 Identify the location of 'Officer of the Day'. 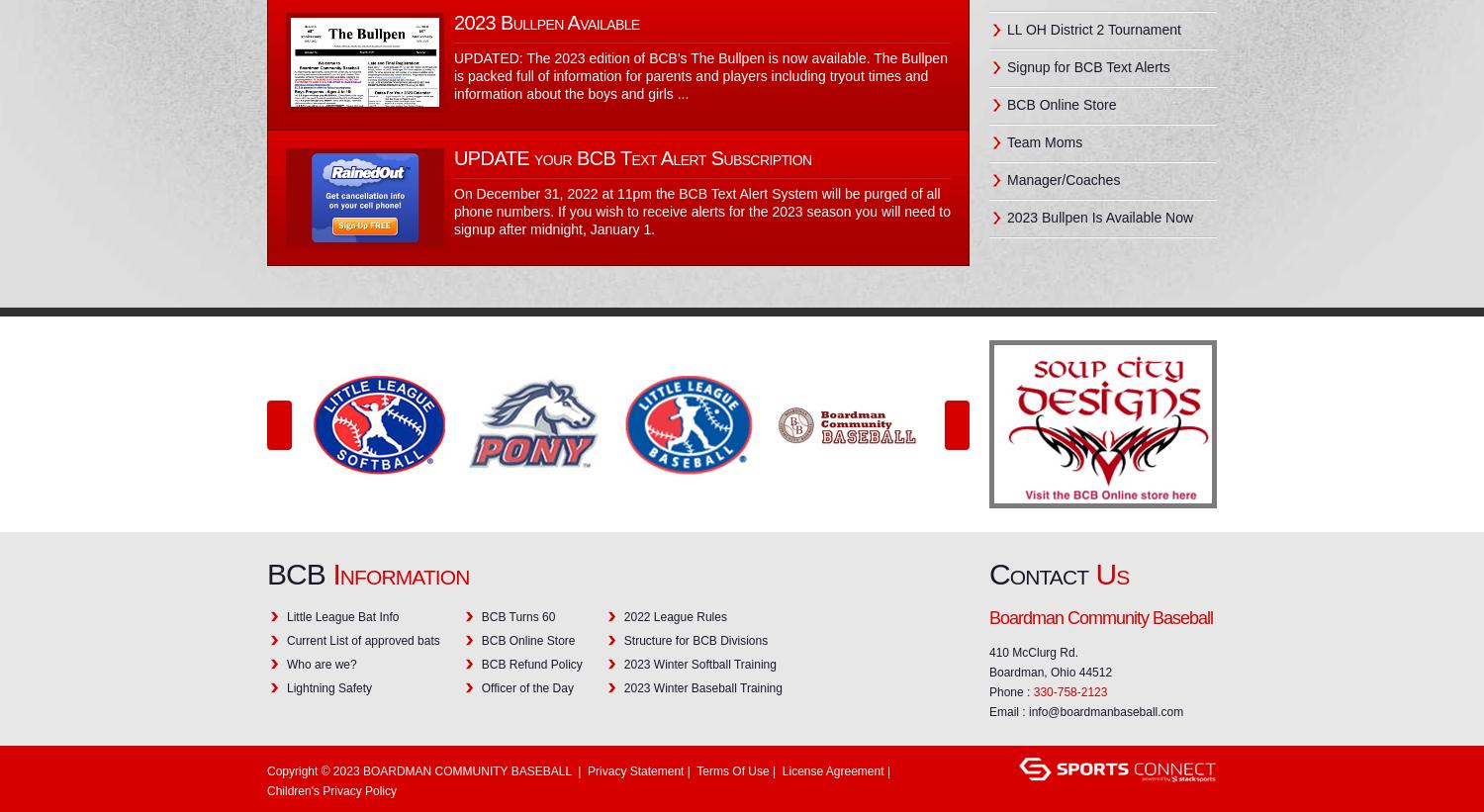
(480, 687).